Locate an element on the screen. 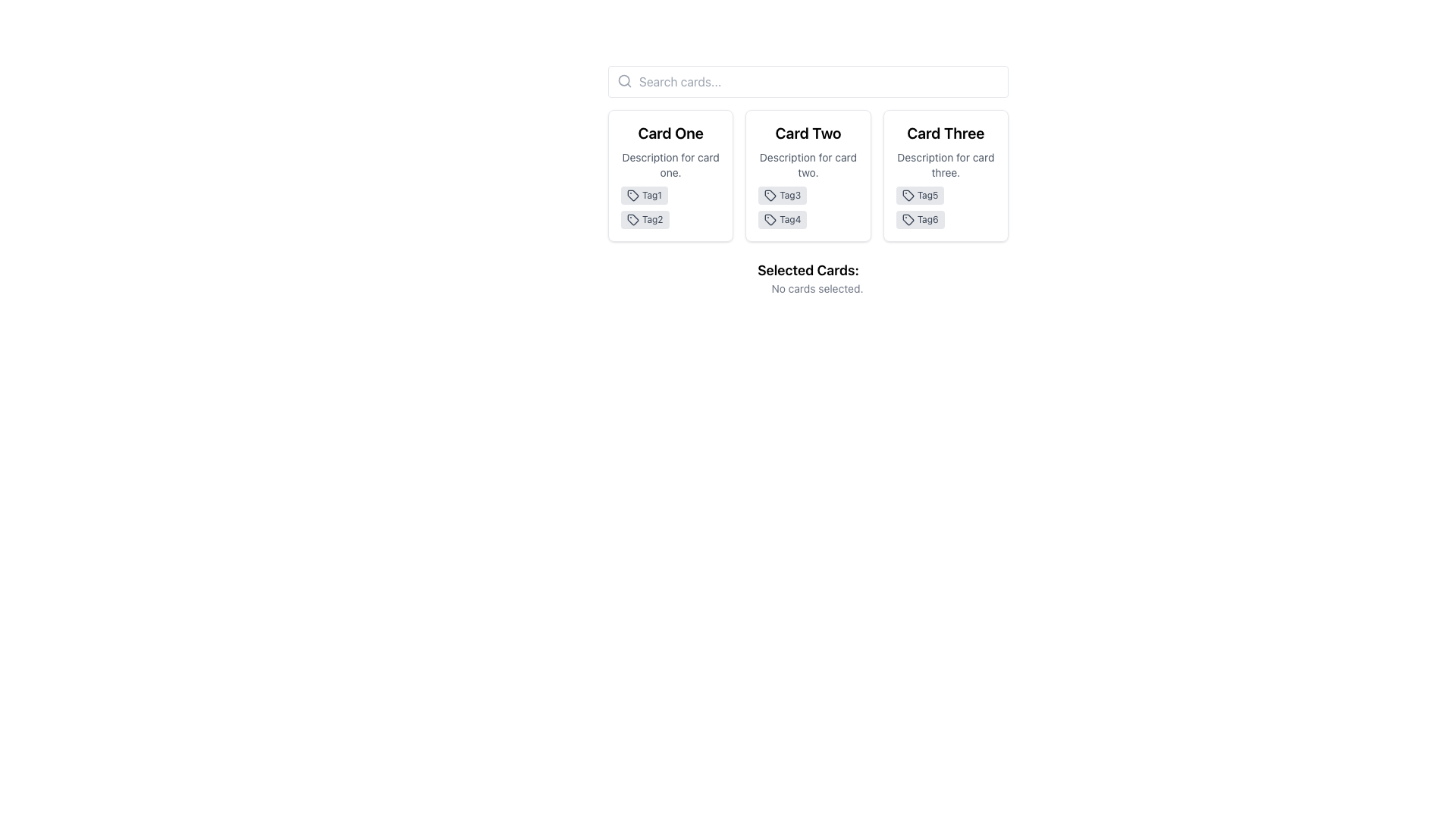  tags 'Tag5' and 'Tag6' located within 'Card Three', below the 'Description for card three.' is located at coordinates (945, 207).